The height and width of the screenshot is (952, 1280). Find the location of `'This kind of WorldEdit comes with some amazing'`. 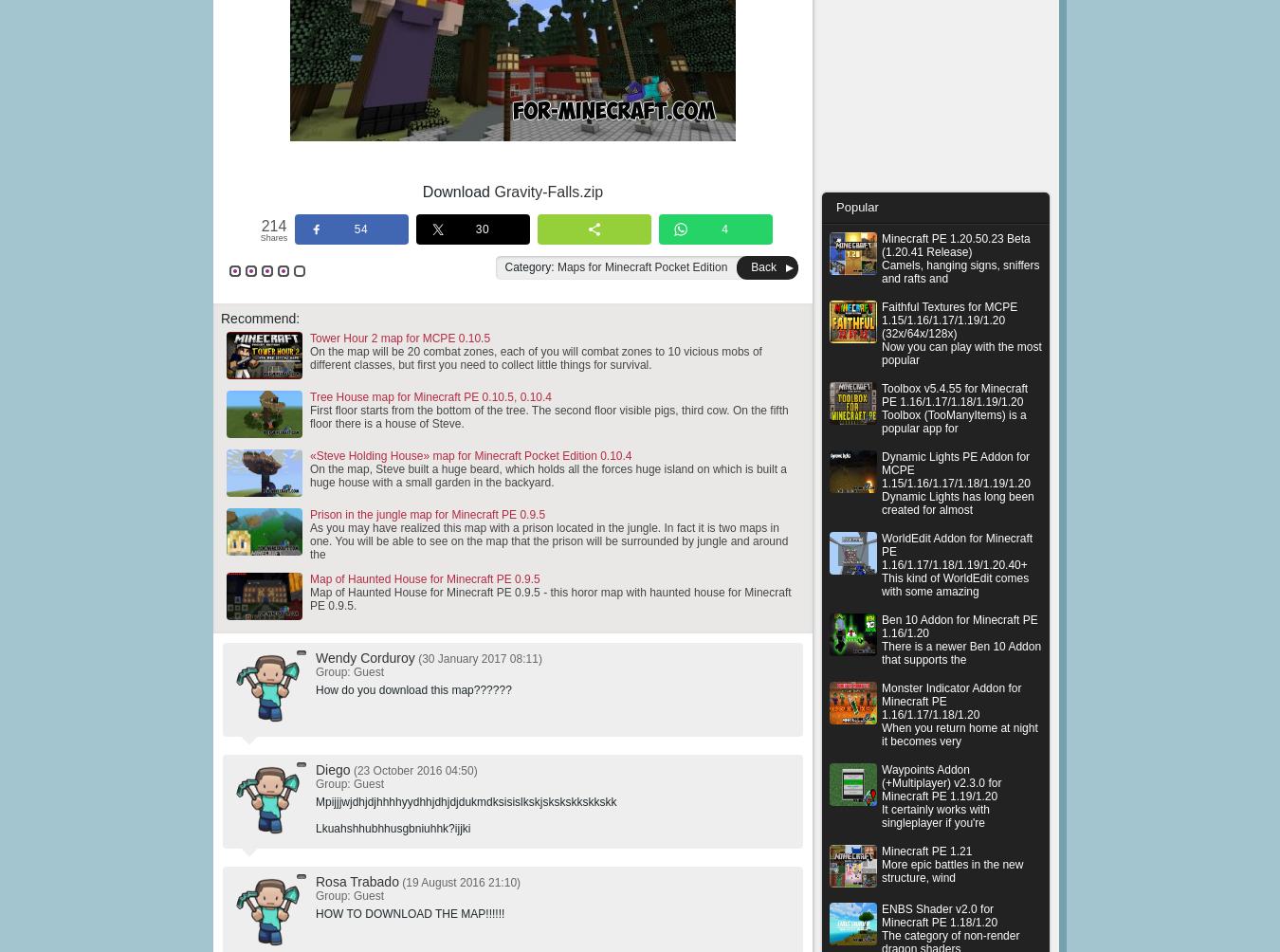

'This kind of WorldEdit comes with some amazing' is located at coordinates (954, 584).